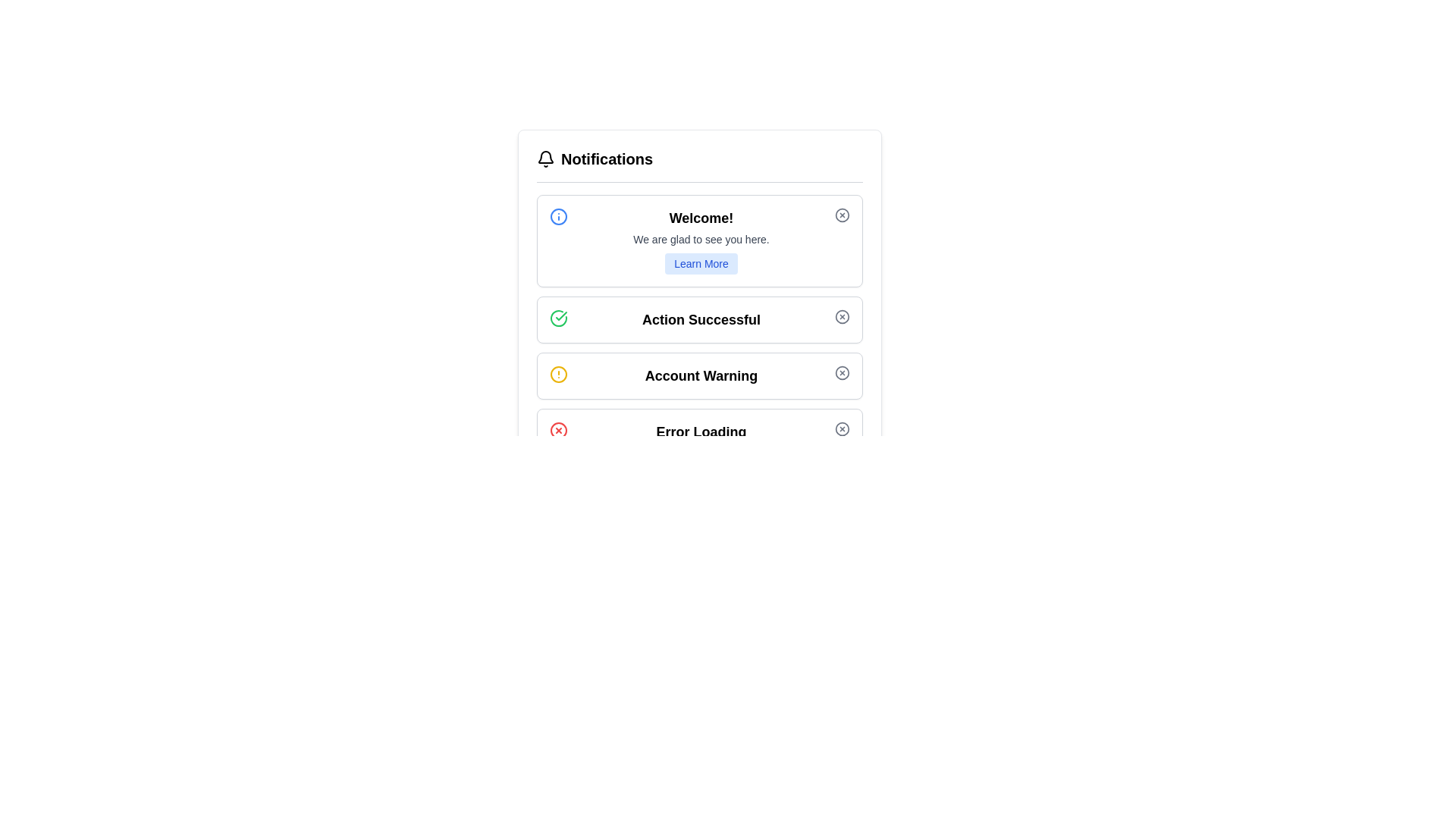  I want to click on the error alert icon located to the left of the 'Error Loading' text in the bottom row of the notification list, so click(558, 430).